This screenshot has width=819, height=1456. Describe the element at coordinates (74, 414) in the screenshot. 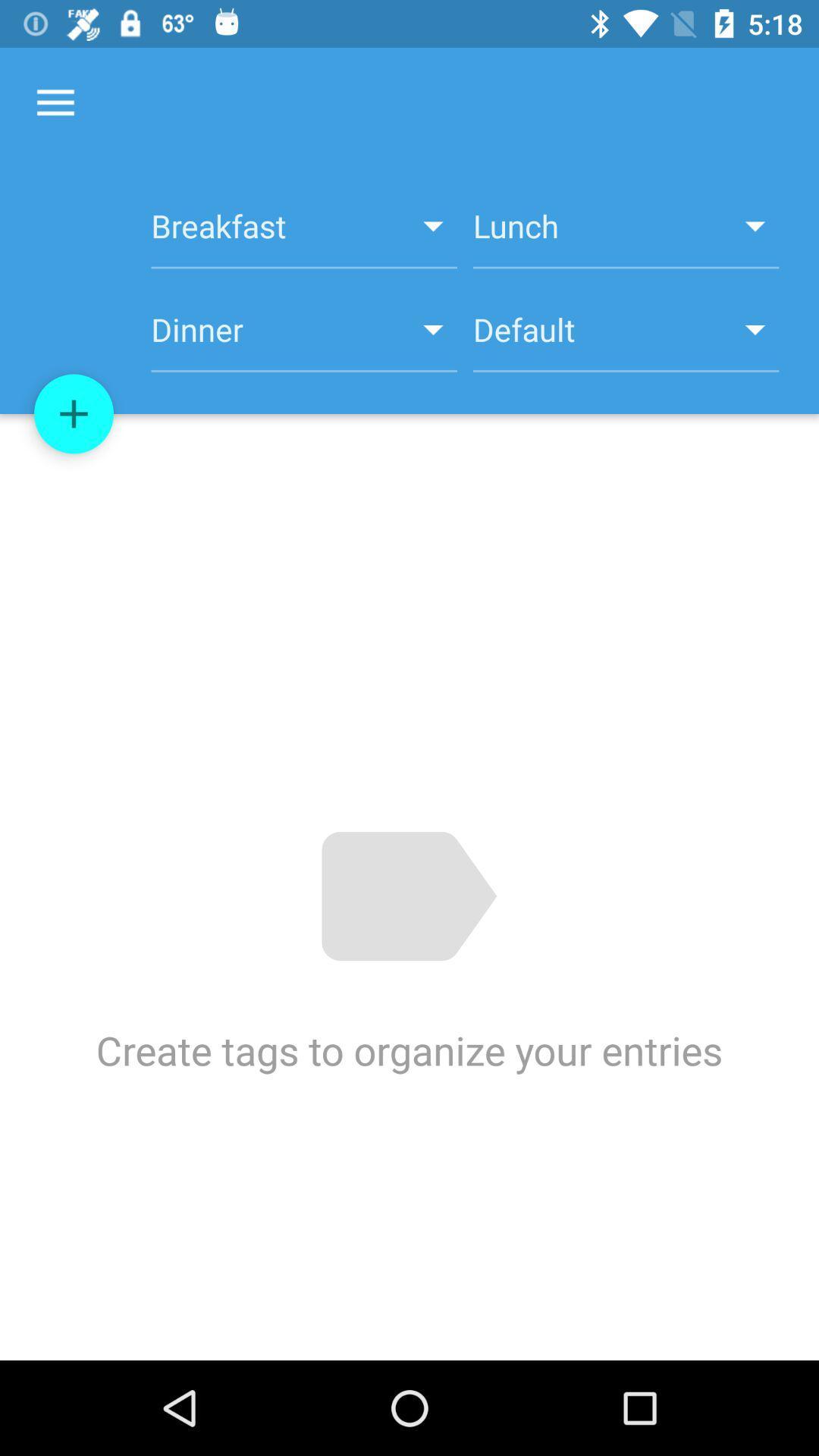

I see `the icon next to the dinner` at that location.